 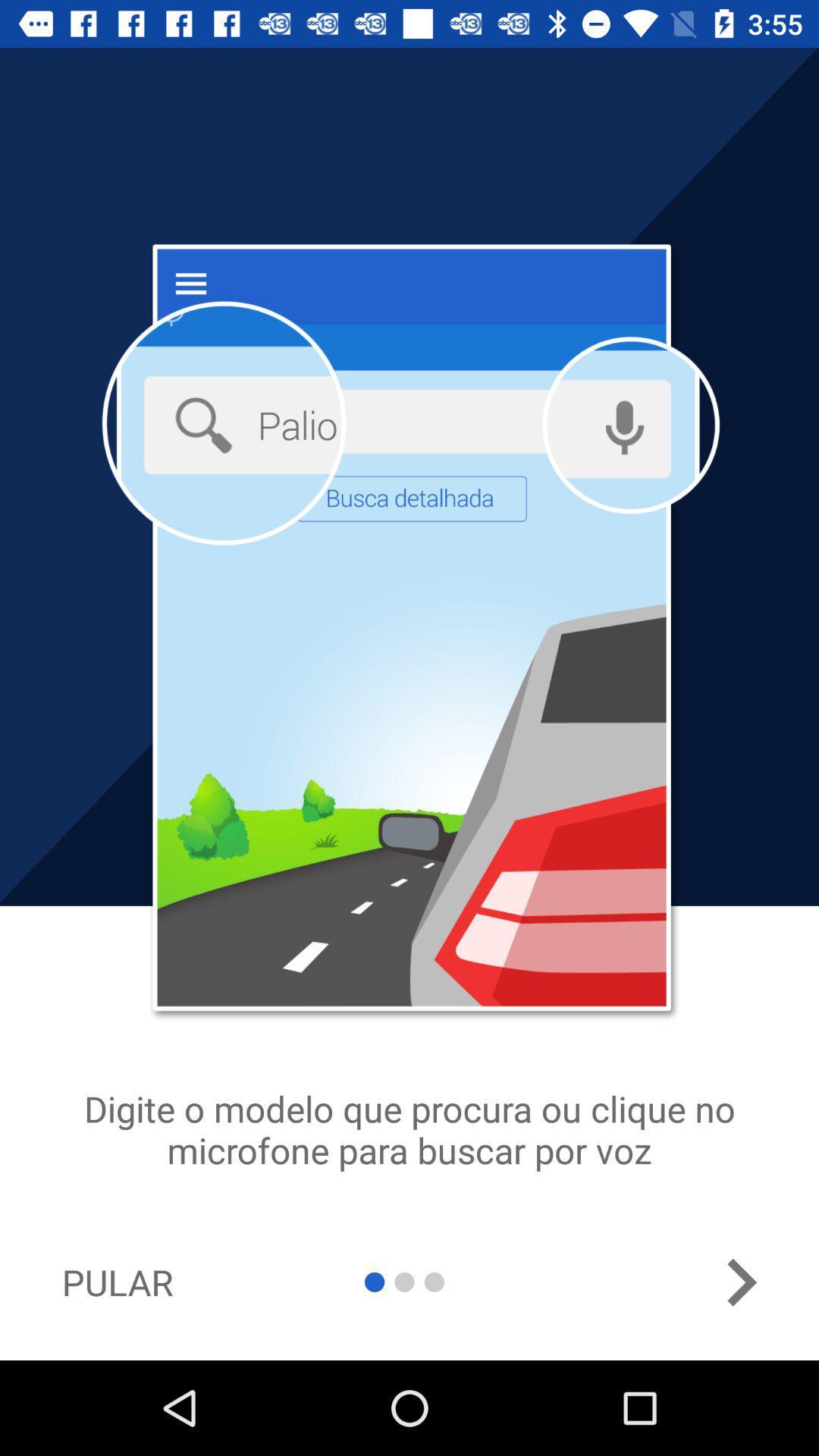 What do you see at coordinates (740, 1282) in the screenshot?
I see `the arrow_forward icon` at bounding box center [740, 1282].